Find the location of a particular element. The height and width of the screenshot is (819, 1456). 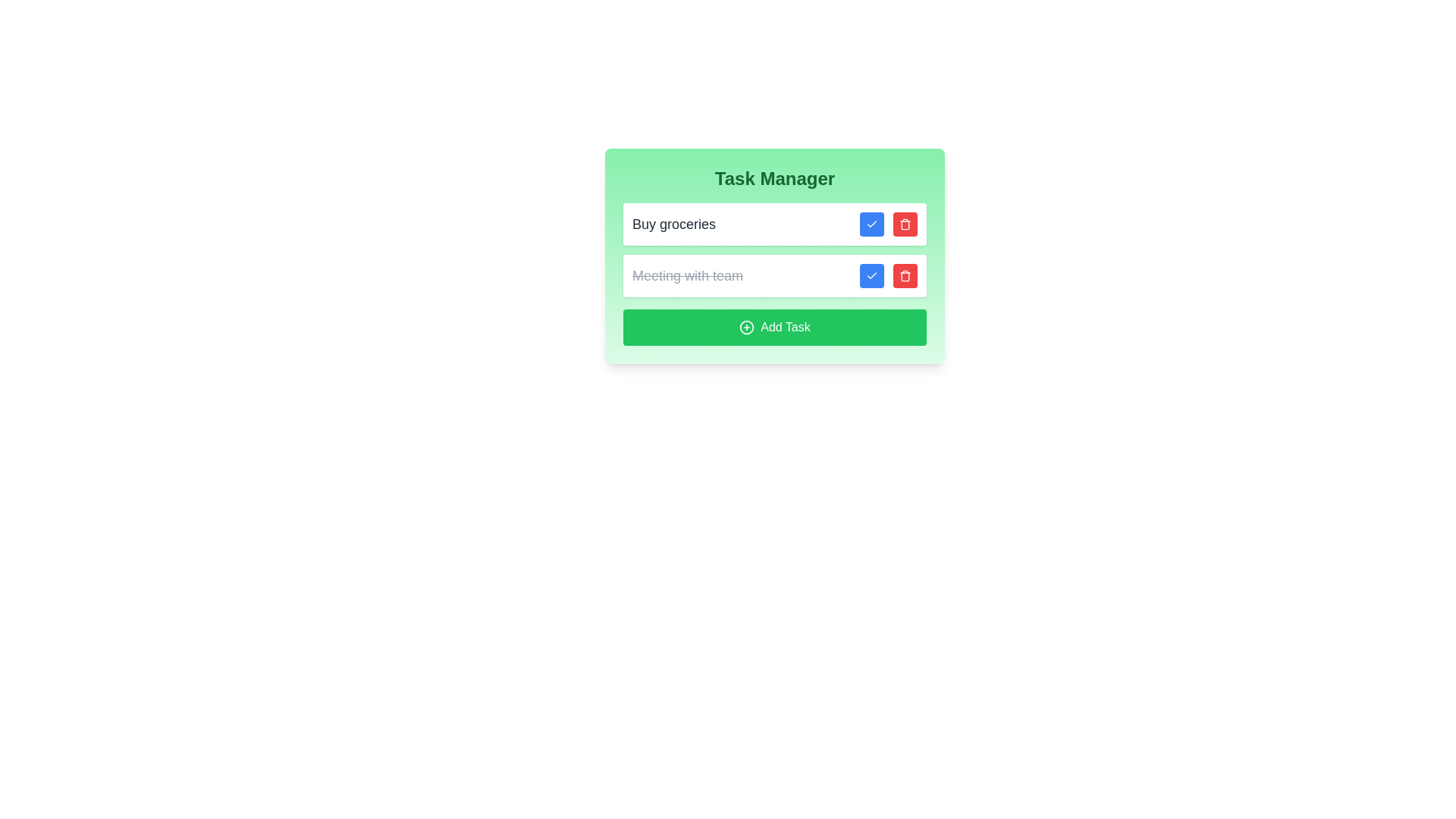

the small, square red button with a white trash can icon, located to the right of the blue checkmark button under the 'Task Manager' header is located at coordinates (905, 275).